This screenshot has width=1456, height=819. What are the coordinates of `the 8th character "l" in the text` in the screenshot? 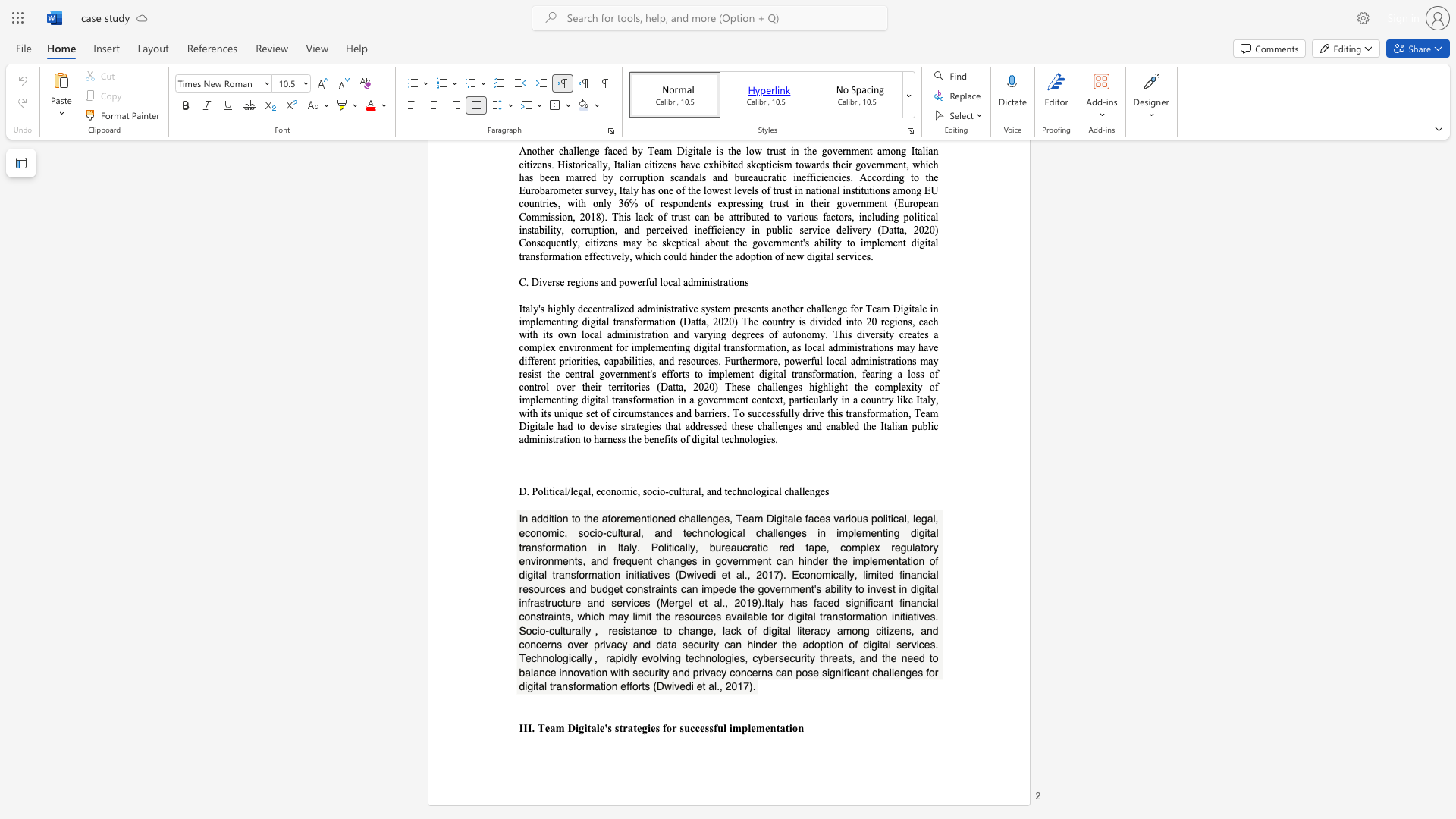 It's located at (780, 491).